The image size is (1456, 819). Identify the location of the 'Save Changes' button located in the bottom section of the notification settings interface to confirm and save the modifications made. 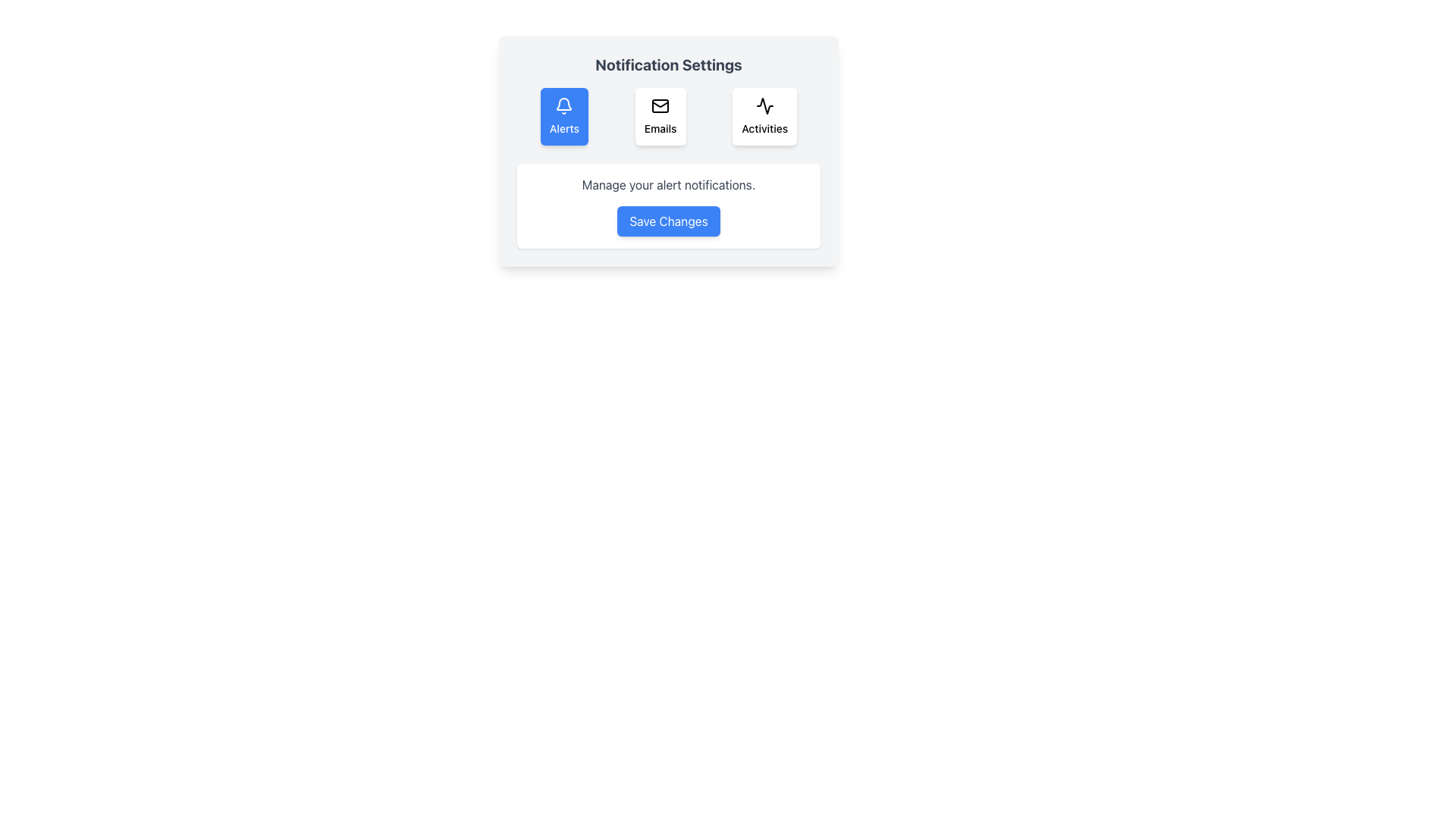
(668, 221).